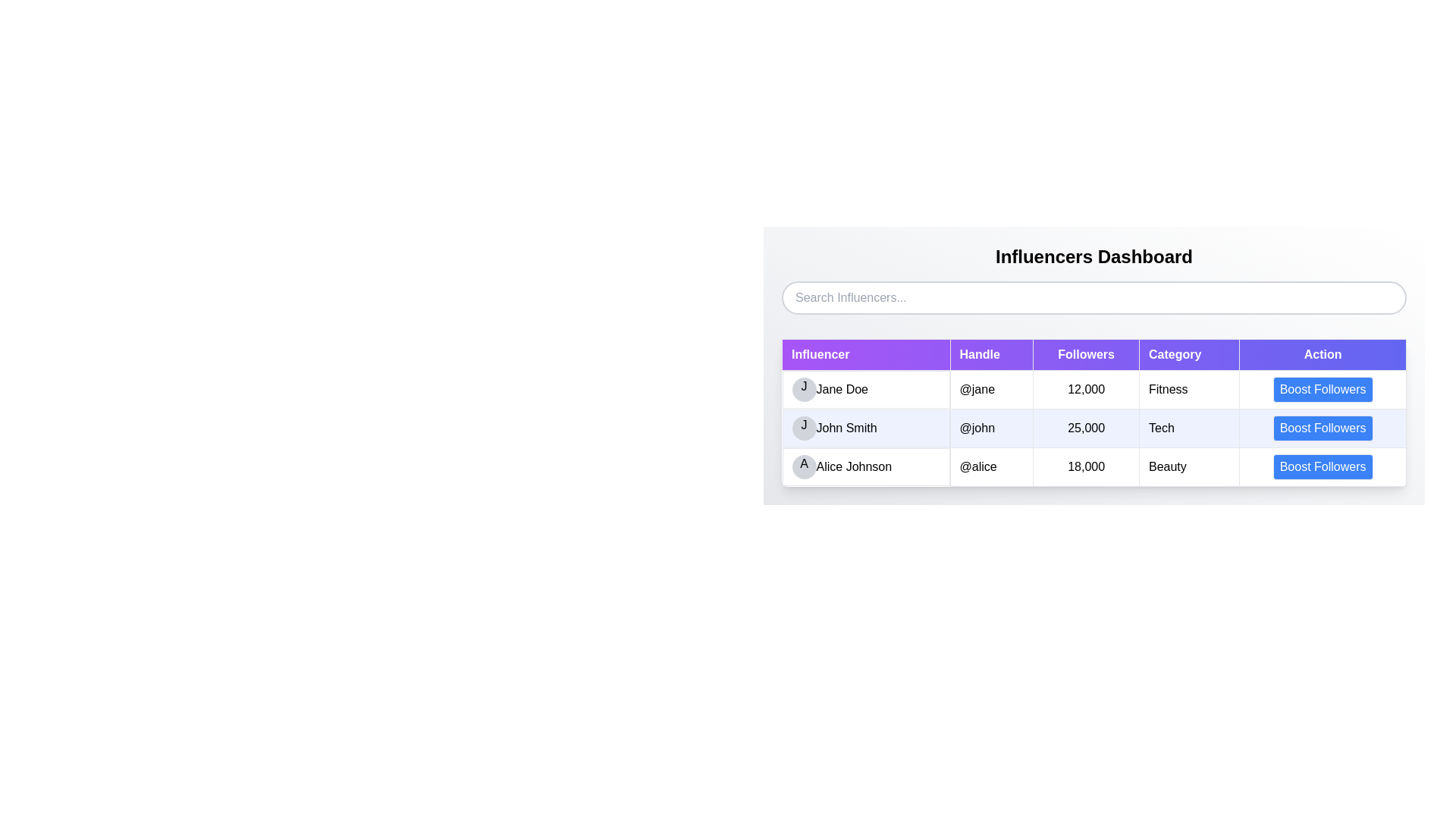 This screenshot has width=1456, height=819. Describe the element at coordinates (1321, 388) in the screenshot. I see `the 'Boost Followers' button, which has a blue background and is located in the 'Action' column of the influencers table for '@jane'` at that location.